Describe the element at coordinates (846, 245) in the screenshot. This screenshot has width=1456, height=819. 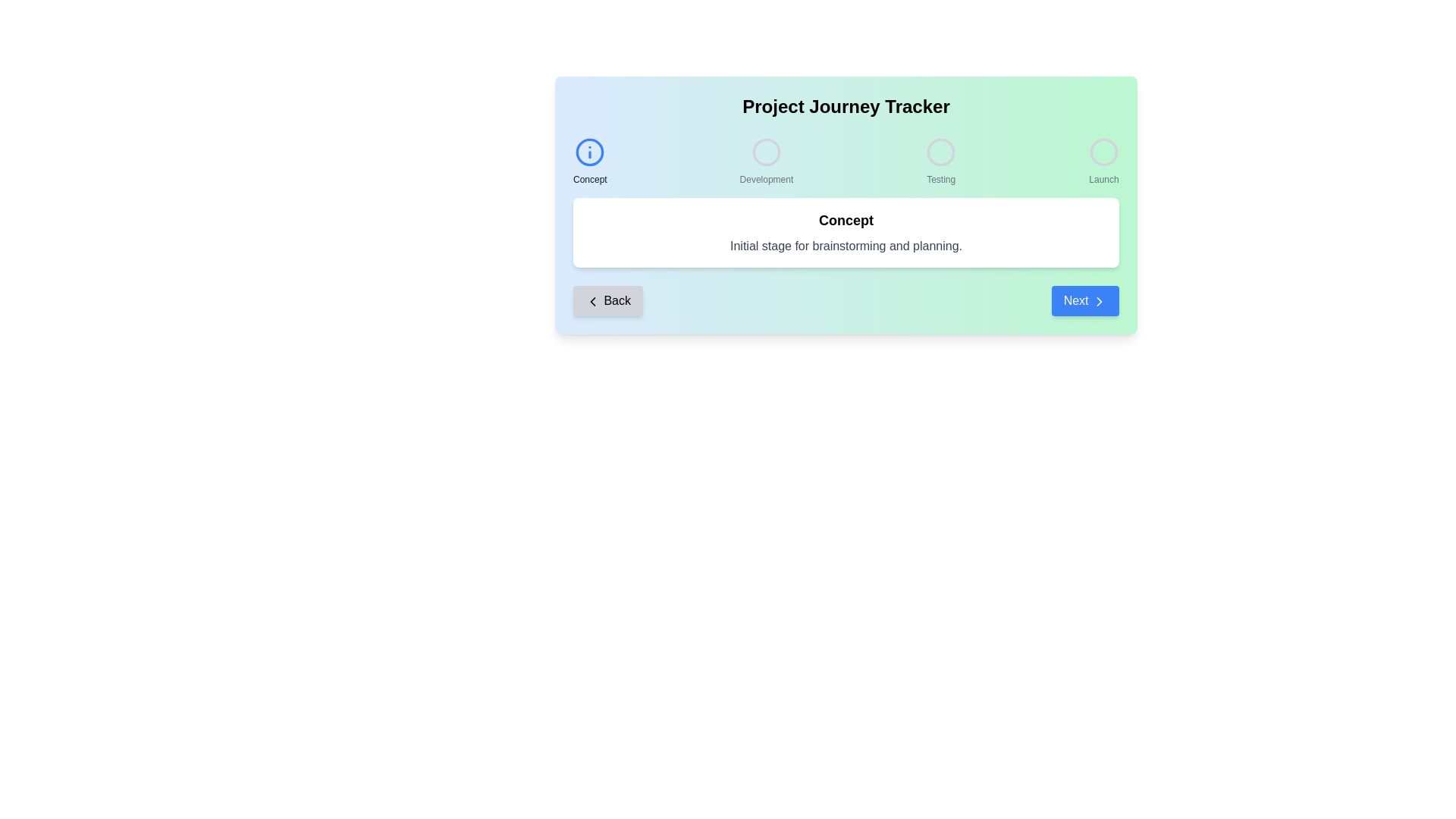
I see `the static text block that contains the content 'Initial stage for brainstorming and planning.', which is styled in gray and located below the bold header 'Concept'` at that location.